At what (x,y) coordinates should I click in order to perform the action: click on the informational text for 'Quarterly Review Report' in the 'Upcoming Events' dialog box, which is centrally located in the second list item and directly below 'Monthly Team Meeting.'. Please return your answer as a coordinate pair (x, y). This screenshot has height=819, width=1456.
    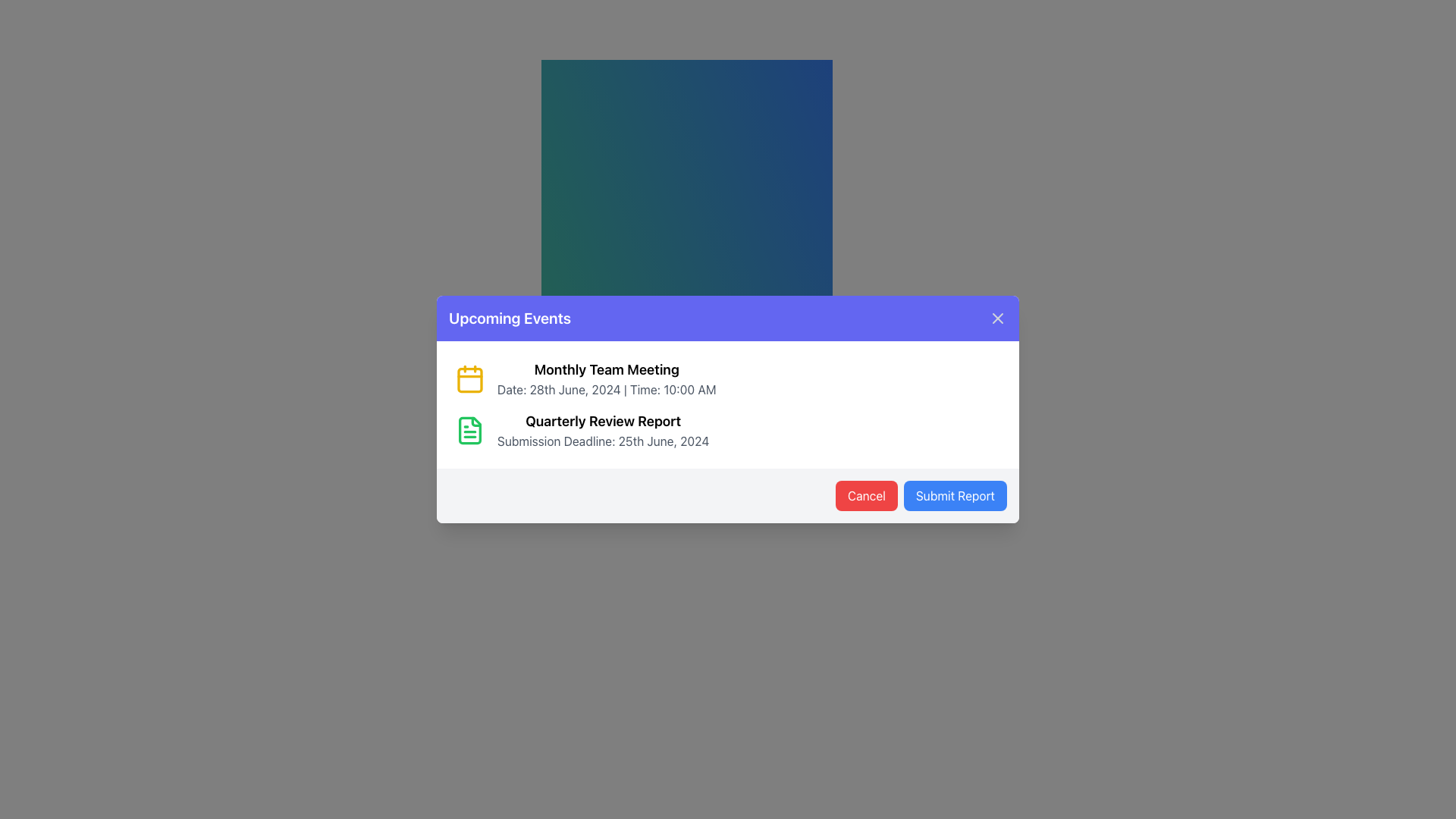
    Looking at the image, I should click on (602, 430).